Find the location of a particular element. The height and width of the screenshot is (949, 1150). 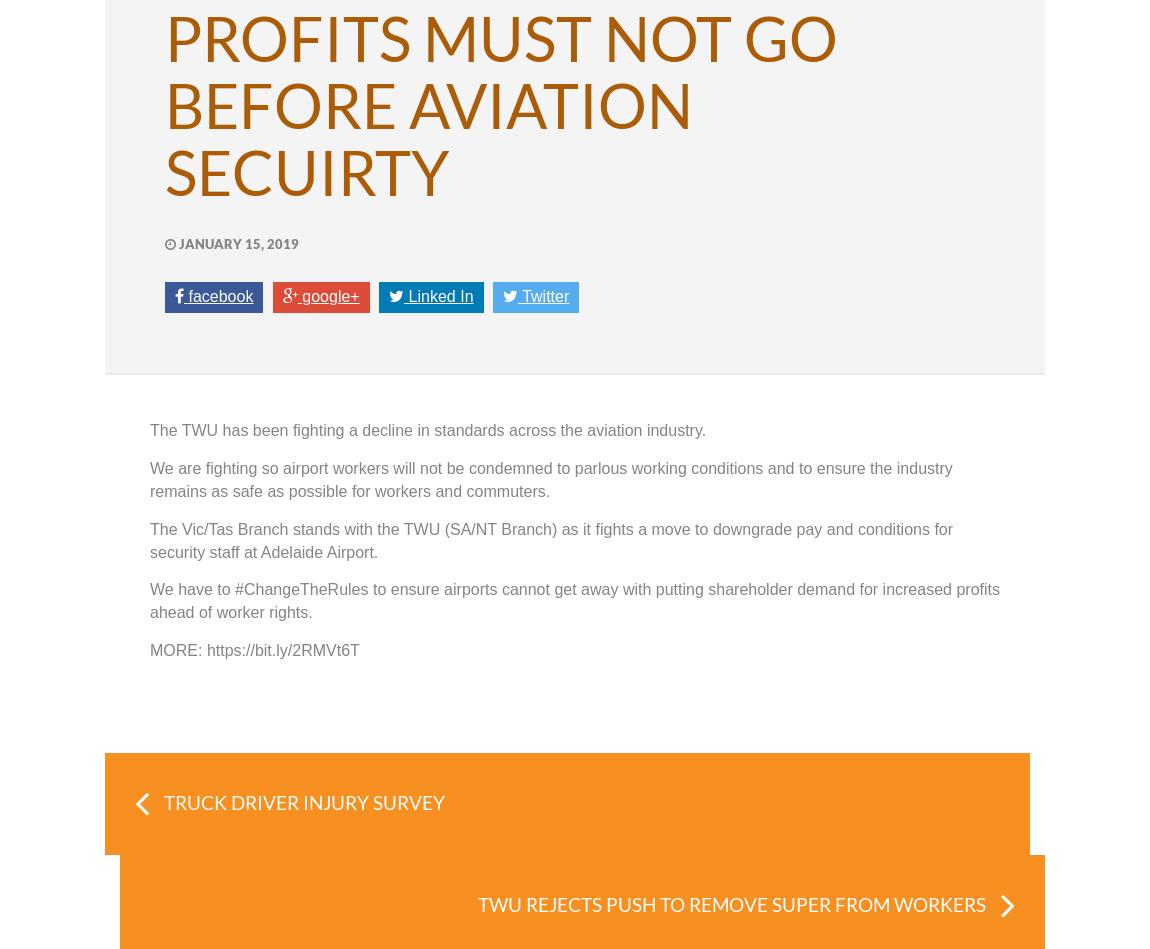

'TWU REJECTS PUSH TO REMOVE SUPER FROM WORKERS' is located at coordinates (730, 903).